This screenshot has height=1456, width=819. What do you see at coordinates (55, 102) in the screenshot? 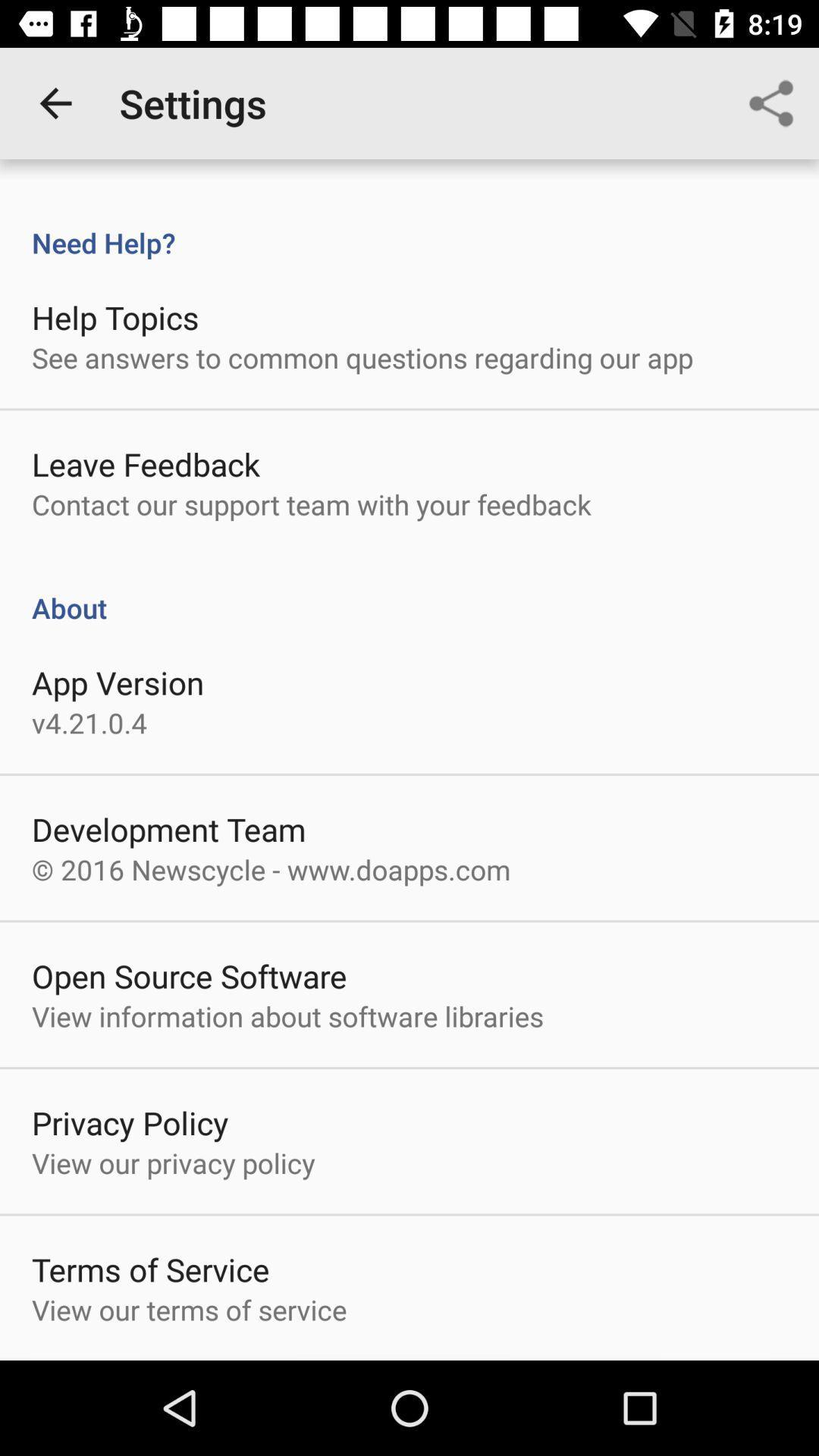
I see `the item to the left of settings` at bounding box center [55, 102].